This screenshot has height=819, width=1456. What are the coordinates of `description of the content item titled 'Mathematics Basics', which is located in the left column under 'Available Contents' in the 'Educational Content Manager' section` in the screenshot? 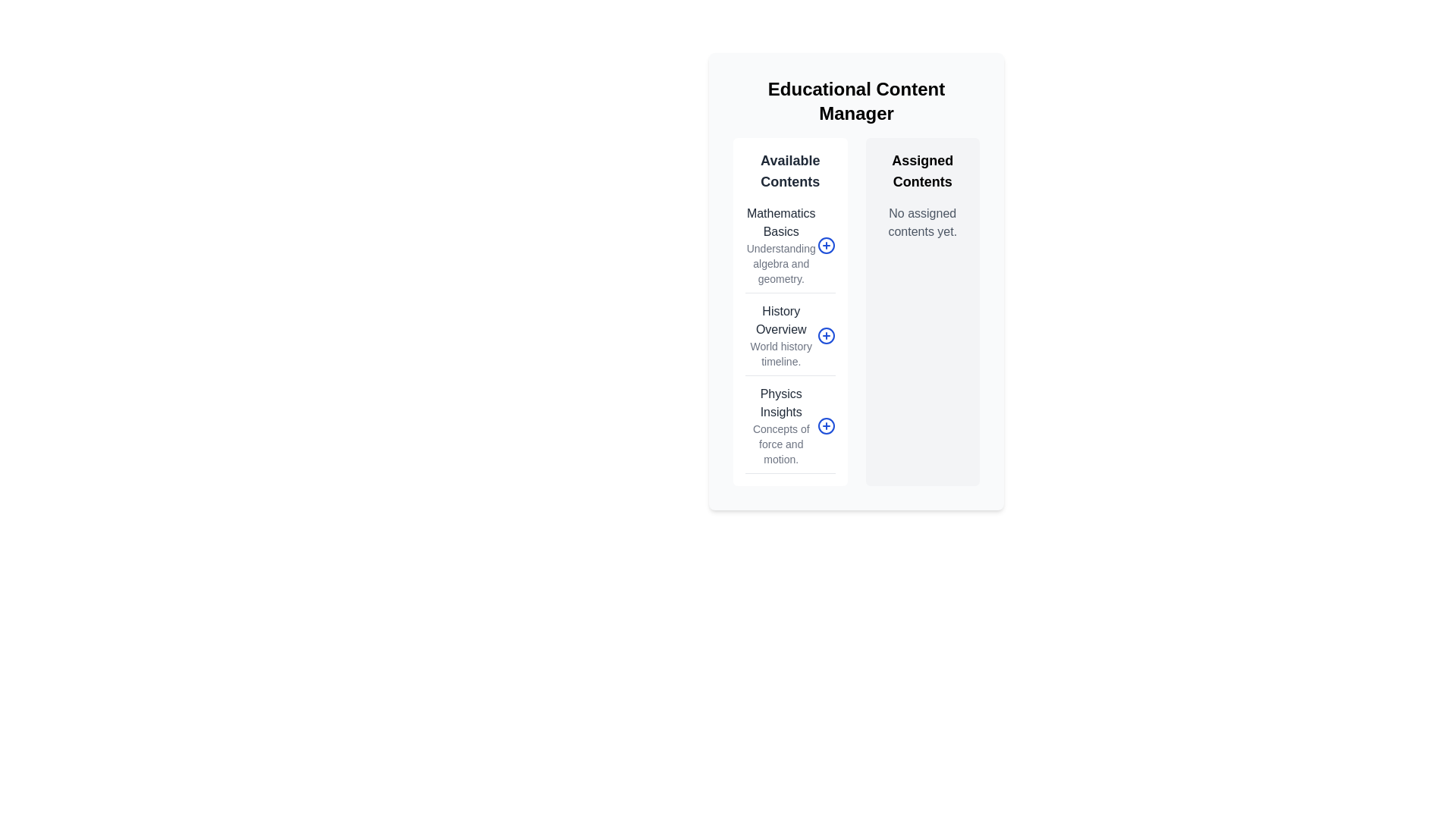 It's located at (789, 248).